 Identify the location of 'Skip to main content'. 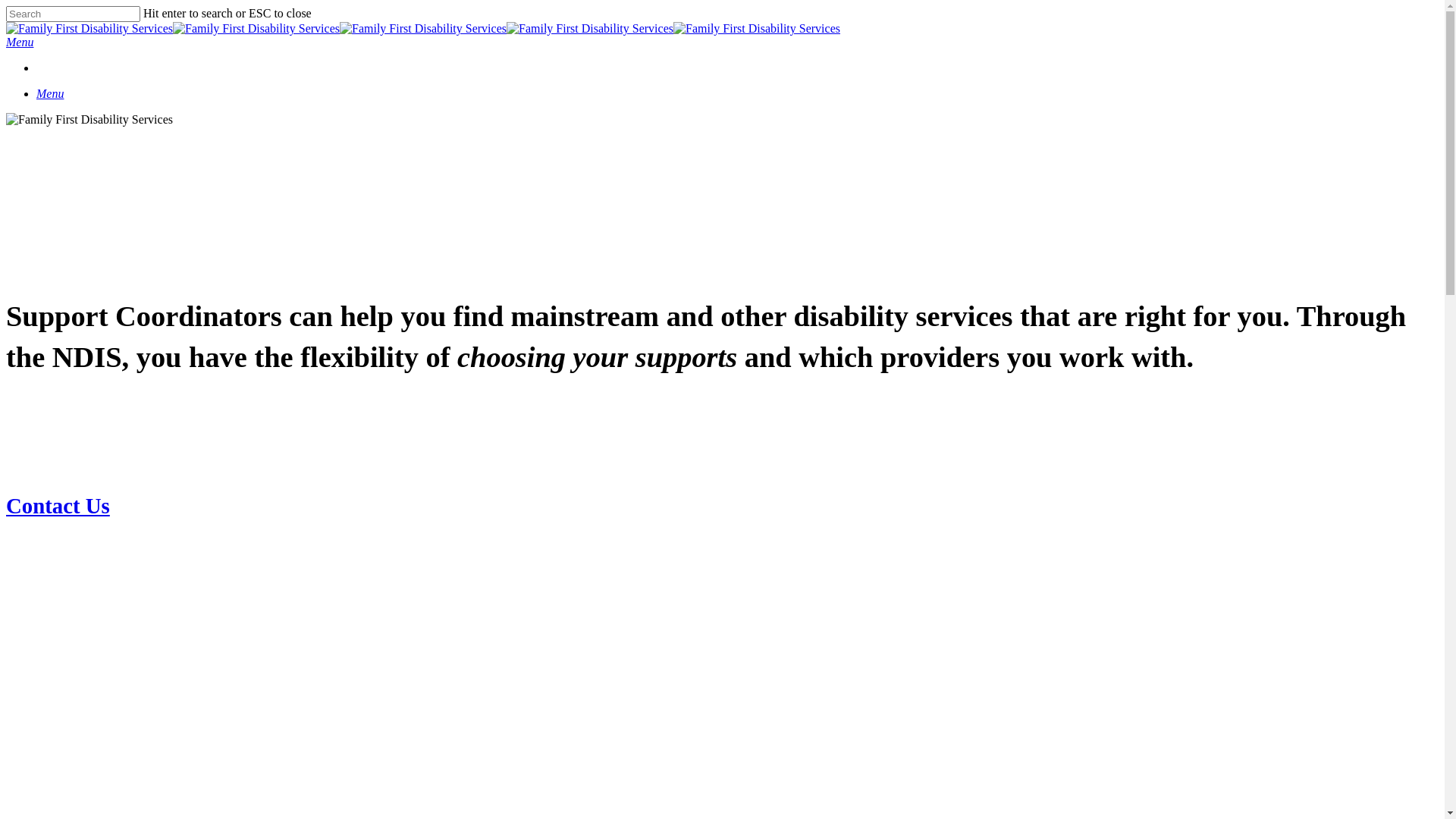
(5, 5).